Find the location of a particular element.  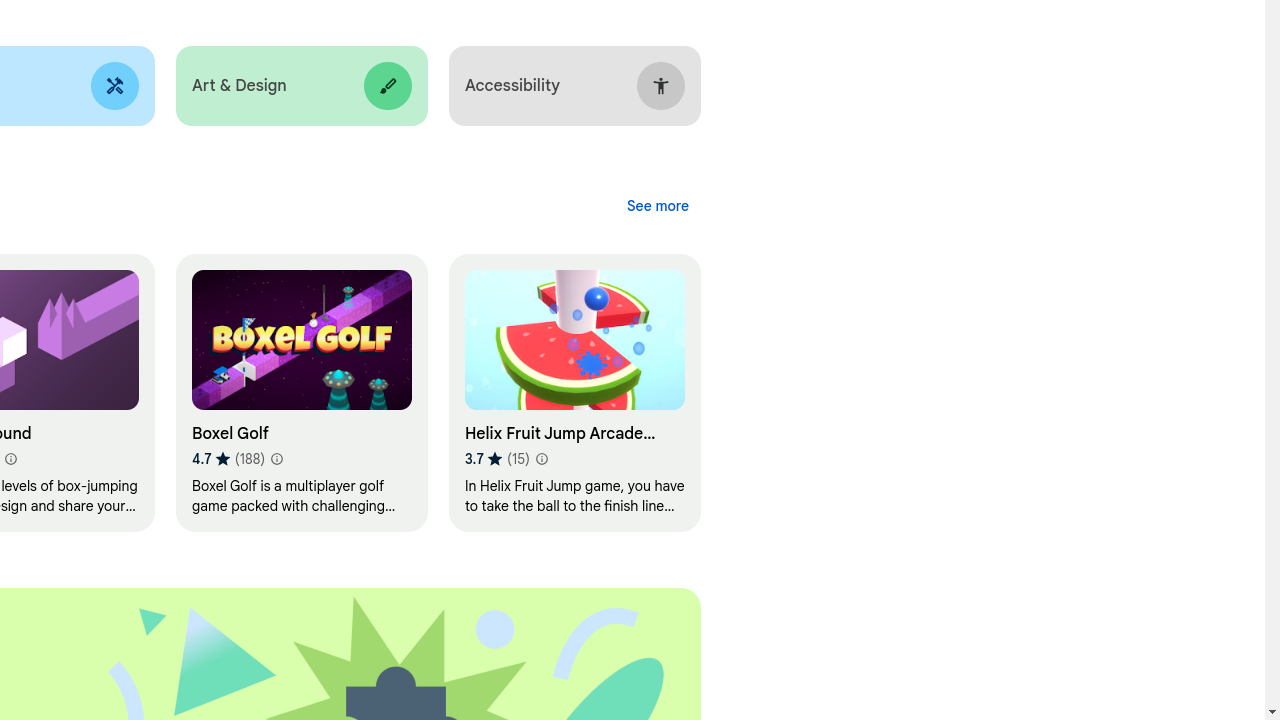

'Learn more about results and reviews "Boxel Golf"' is located at coordinates (274, 459).